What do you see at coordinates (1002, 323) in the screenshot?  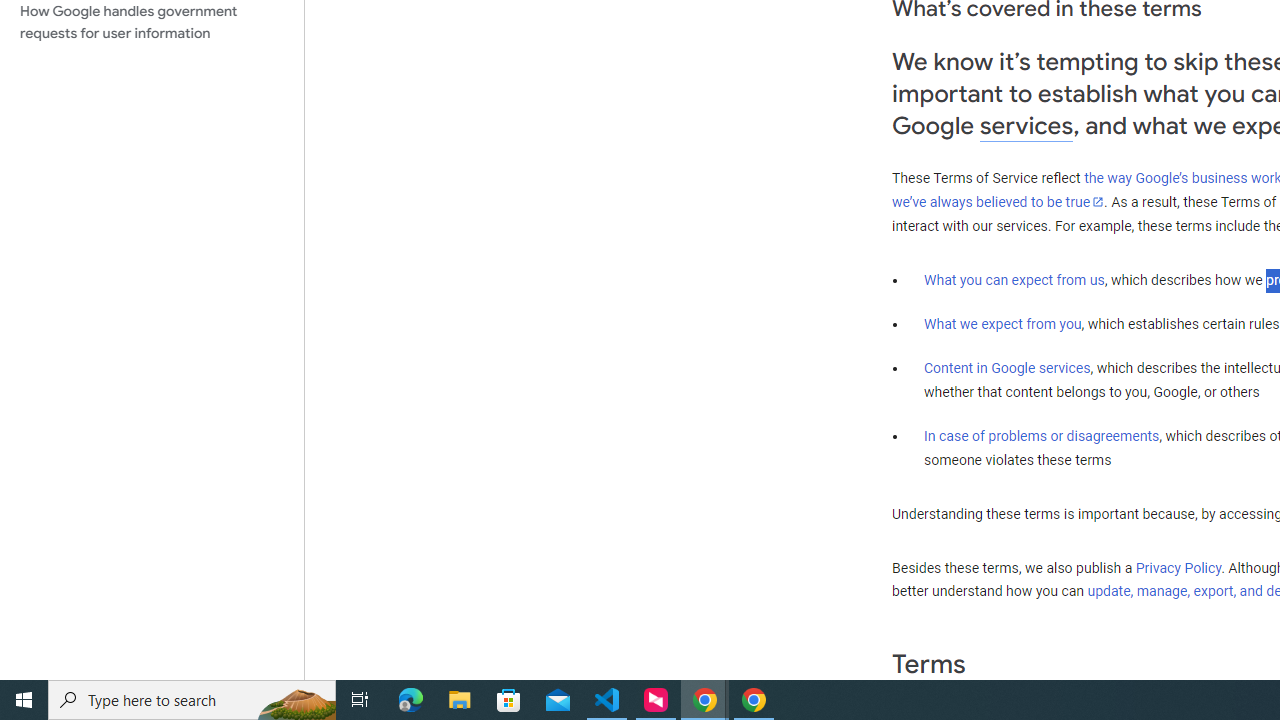 I see `'What we expect from you'` at bounding box center [1002, 323].